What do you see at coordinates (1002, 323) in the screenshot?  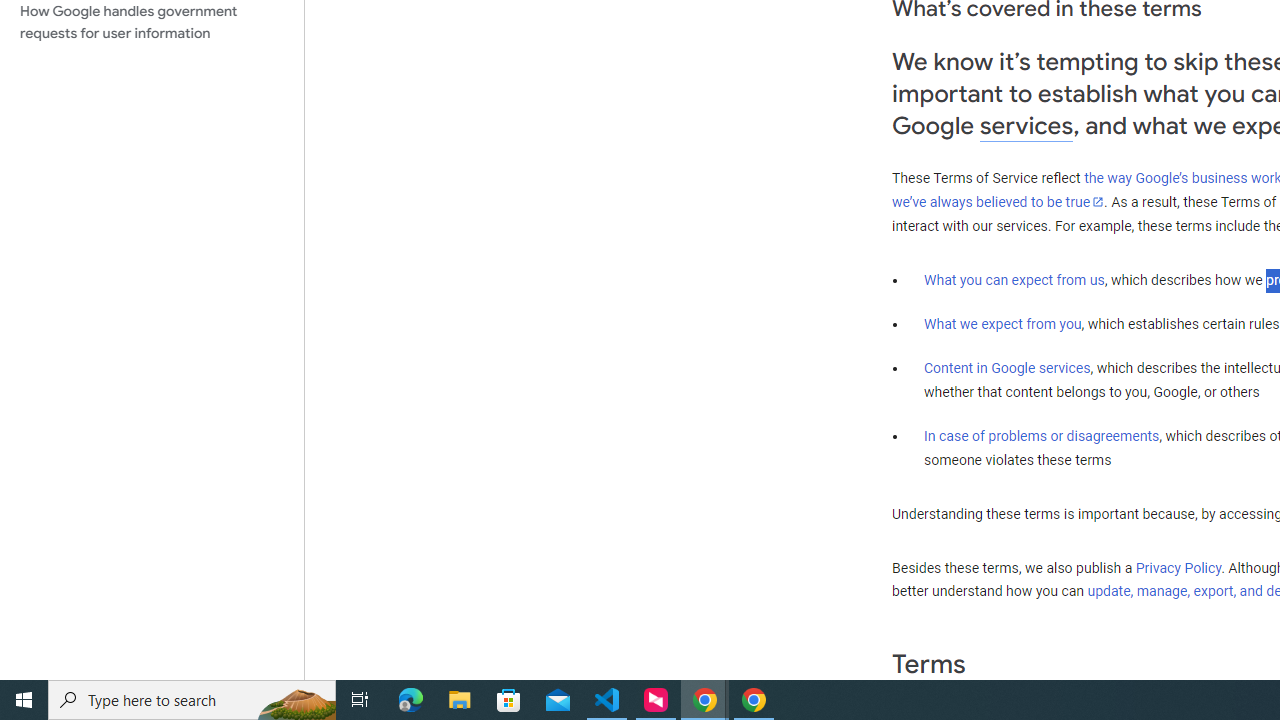 I see `'What we expect from you'` at bounding box center [1002, 323].